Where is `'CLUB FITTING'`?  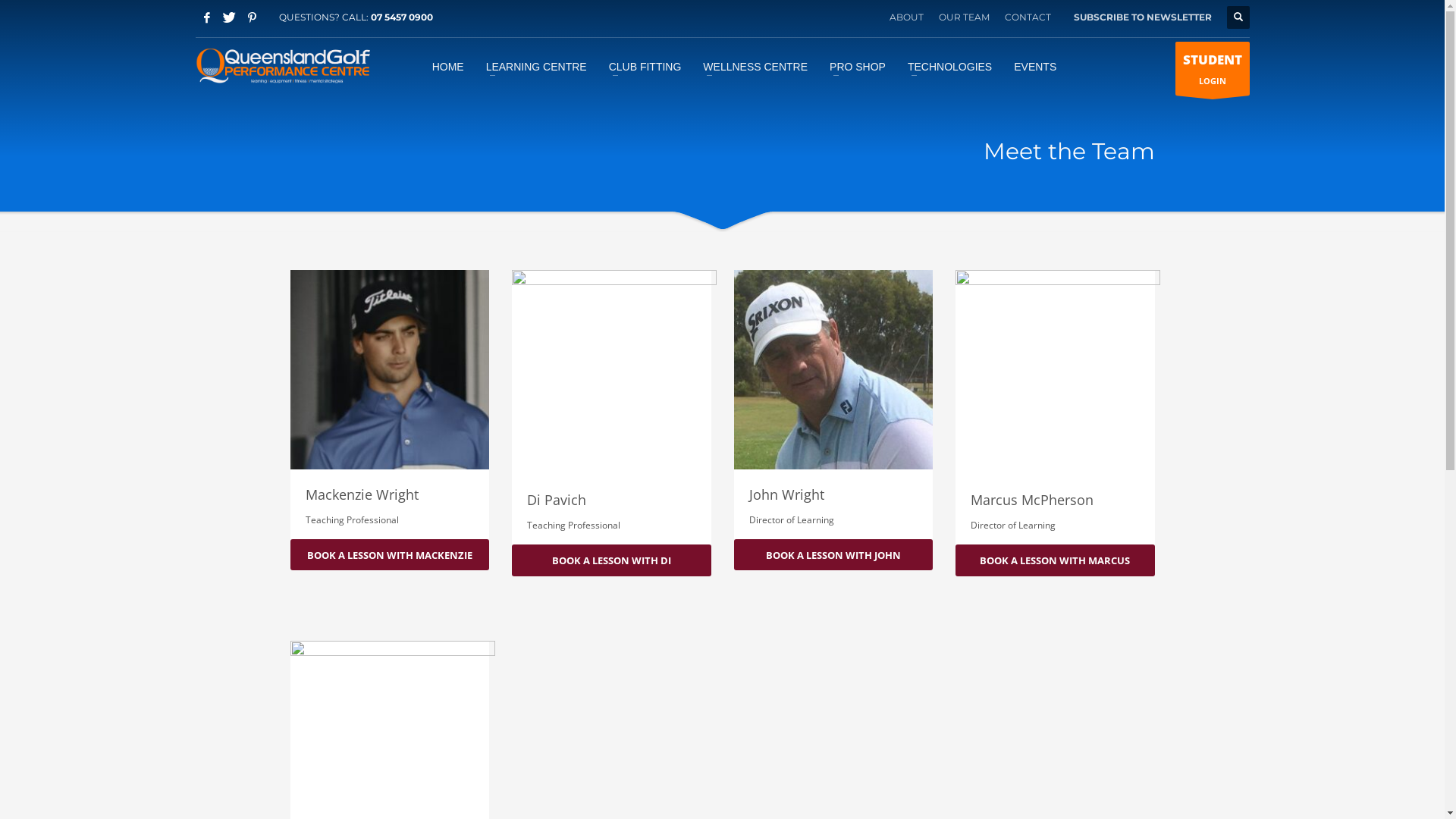 'CLUB FITTING' is located at coordinates (645, 65).